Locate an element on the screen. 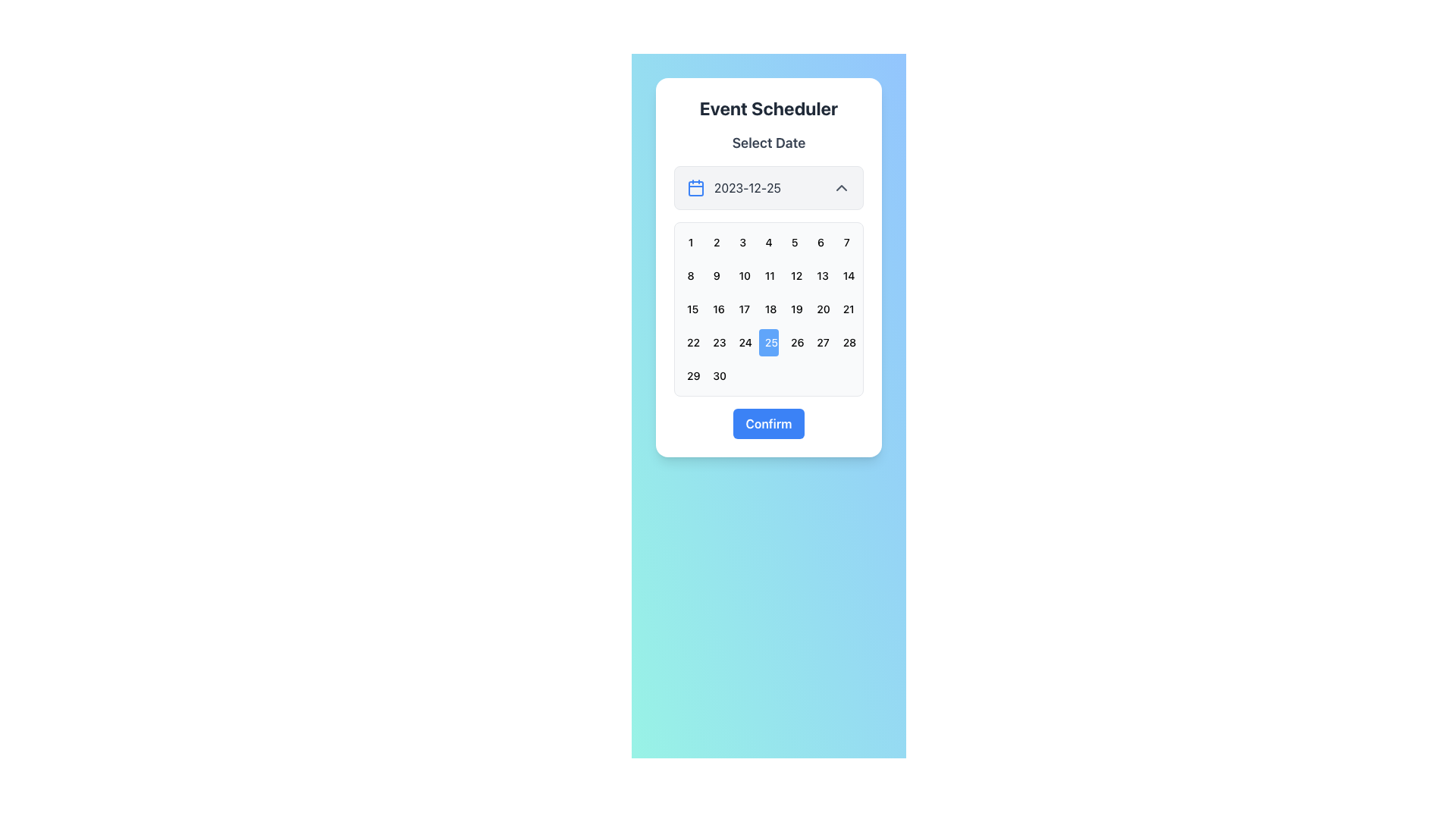 This screenshot has width=1456, height=819. the date selection button for '29' in the calendar grid is located at coordinates (690, 375).